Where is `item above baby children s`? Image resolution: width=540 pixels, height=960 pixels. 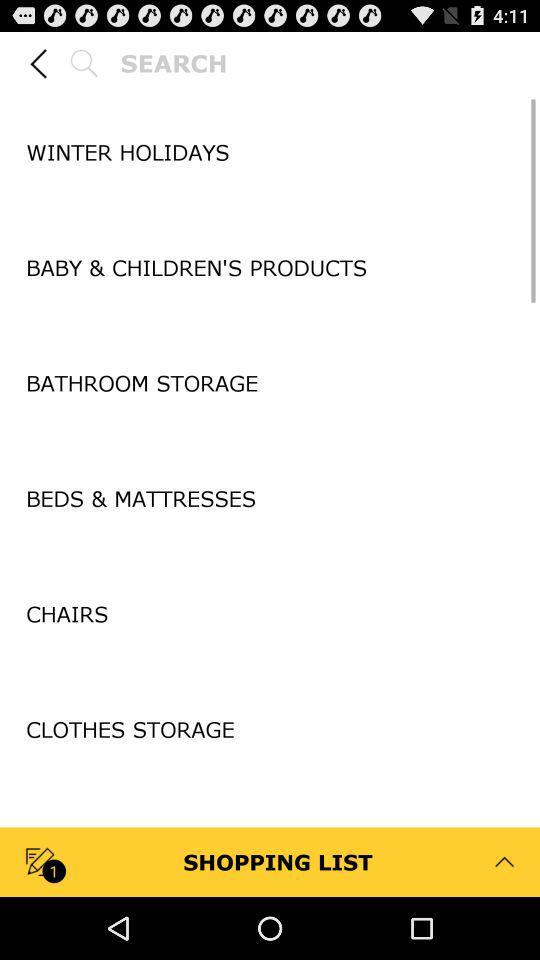 item above baby children s is located at coordinates (270, 210).